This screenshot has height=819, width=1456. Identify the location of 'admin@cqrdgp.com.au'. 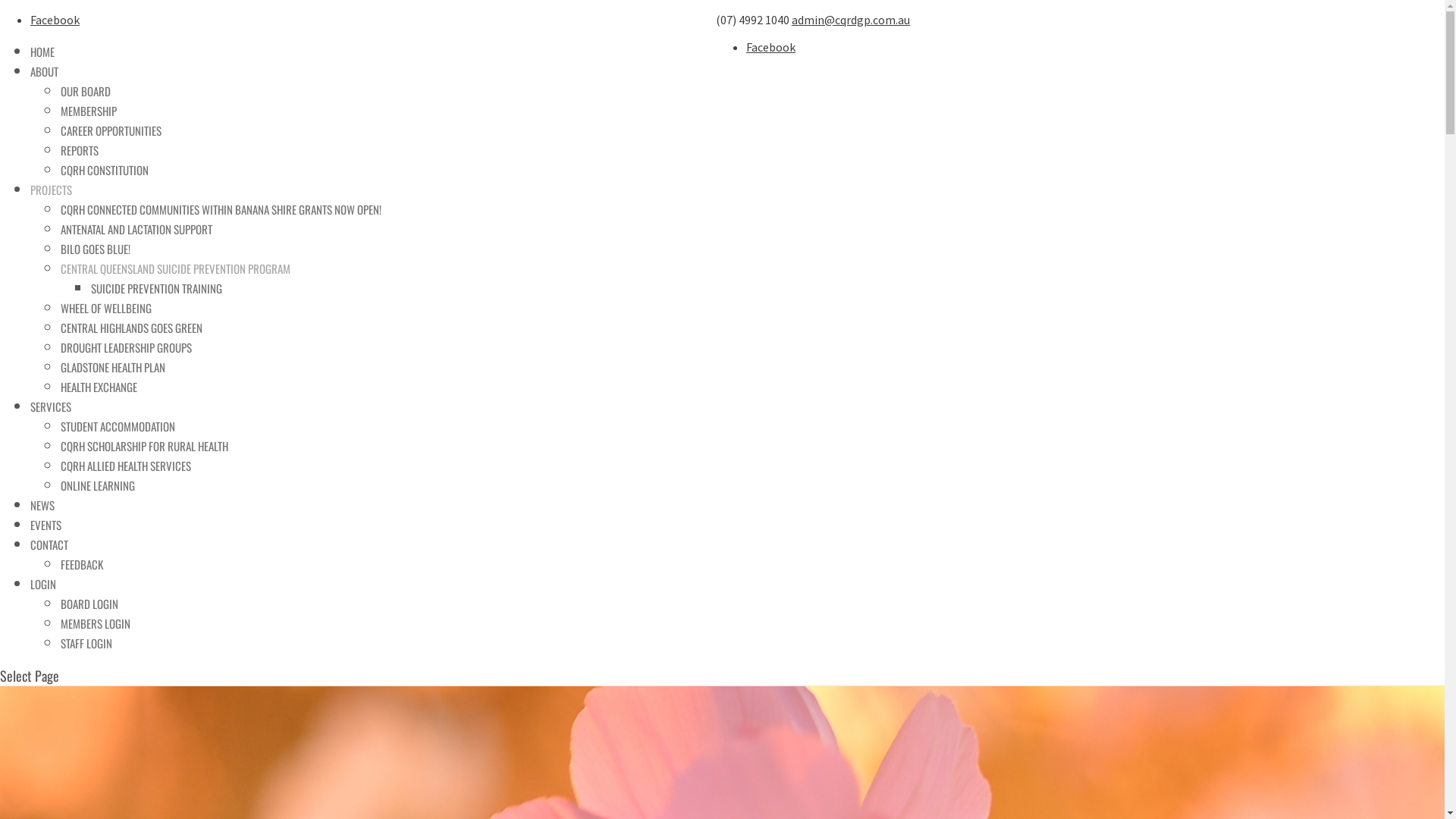
(790, 20).